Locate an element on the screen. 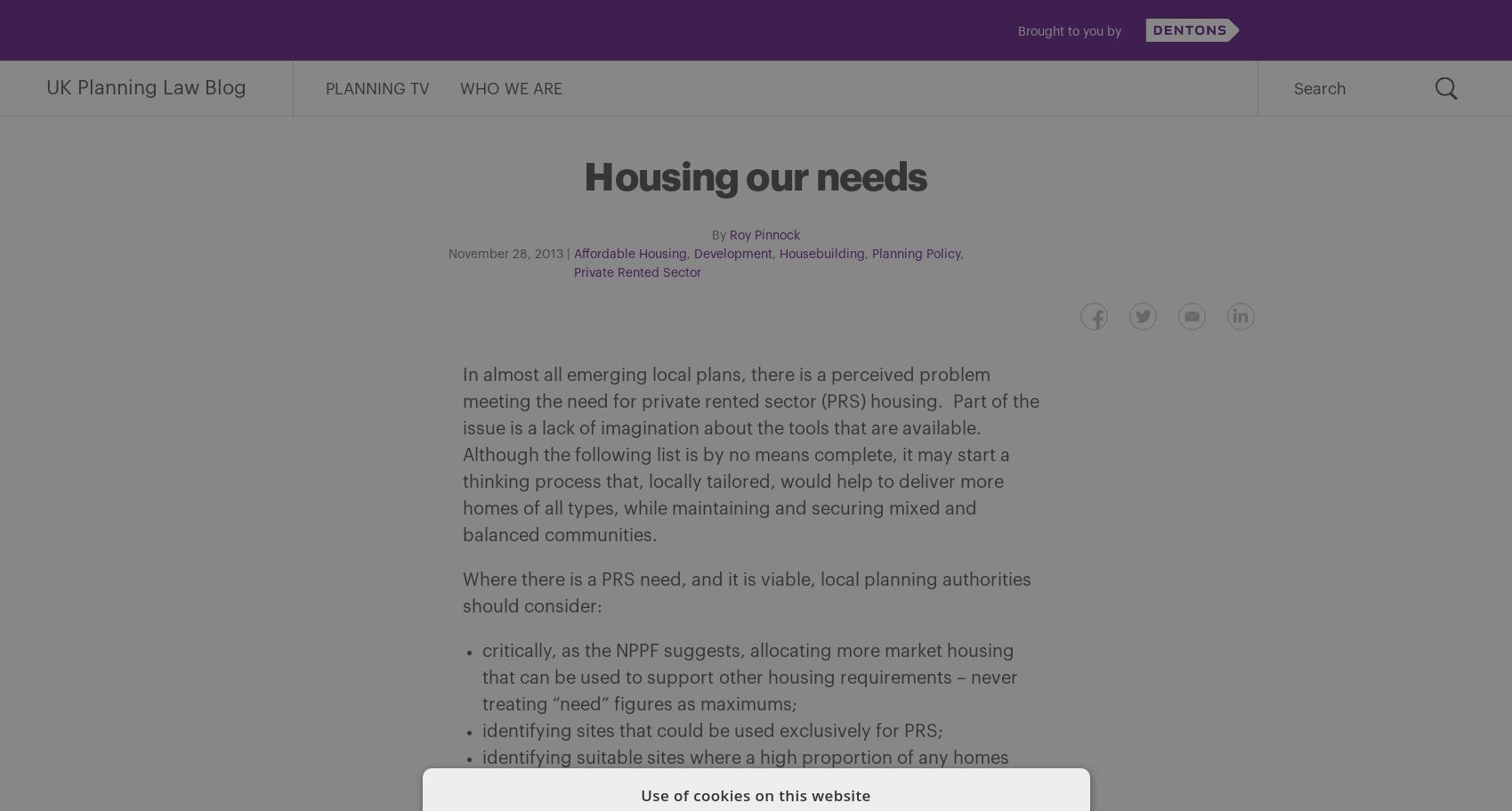  'Who We Are' is located at coordinates (457, 89).